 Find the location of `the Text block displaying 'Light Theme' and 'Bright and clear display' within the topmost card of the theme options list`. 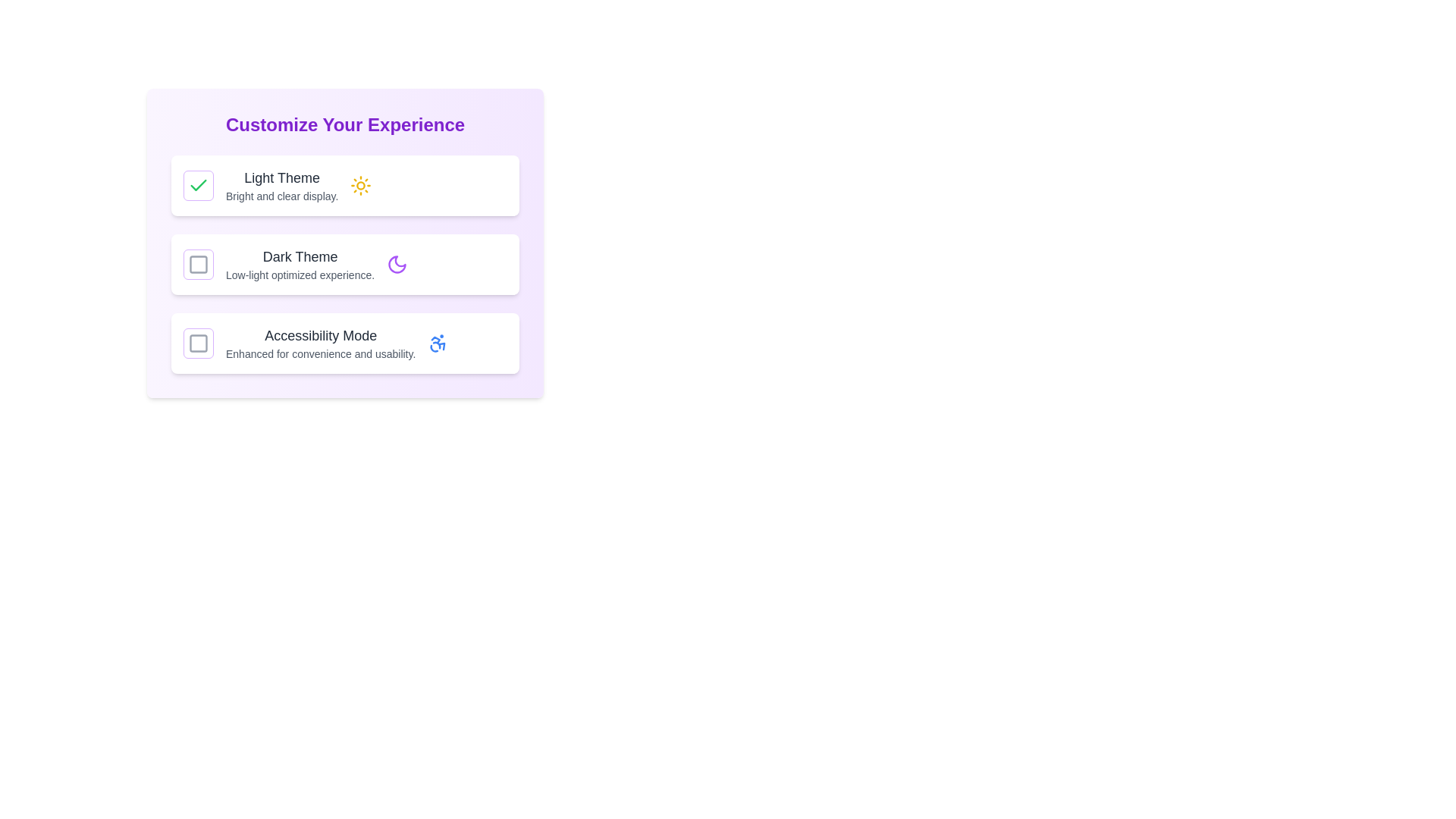

the Text block displaying 'Light Theme' and 'Bright and clear display' within the topmost card of the theme options list is located at coordinates (282, 185).